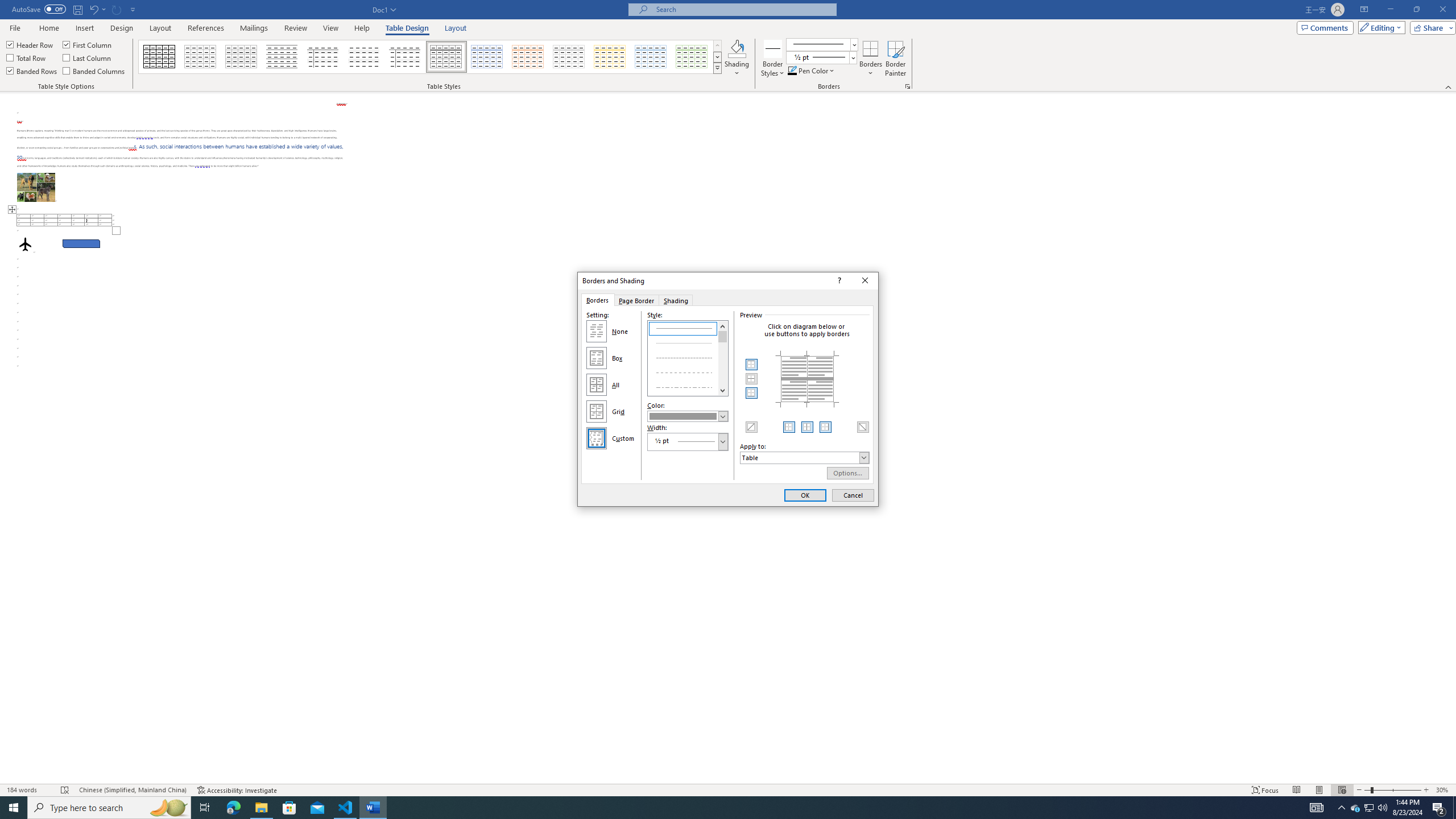 Image resolution: width=1456 pixels, height=819 pixels. I want to click on 'Shading', so click(677, 299).